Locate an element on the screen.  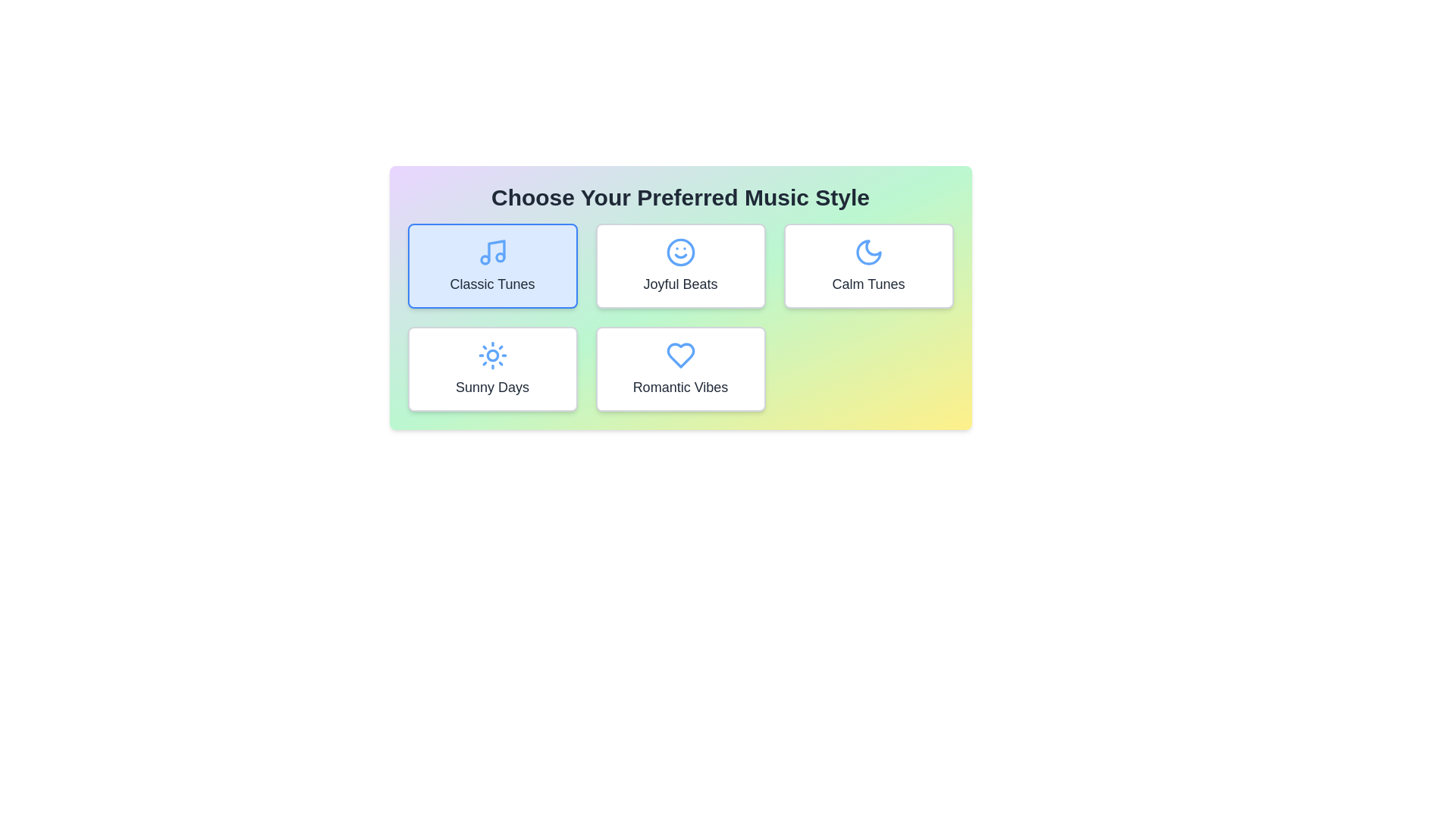
the selectable card in the top left corner of the grid layout is located at coordinates (492, 265).